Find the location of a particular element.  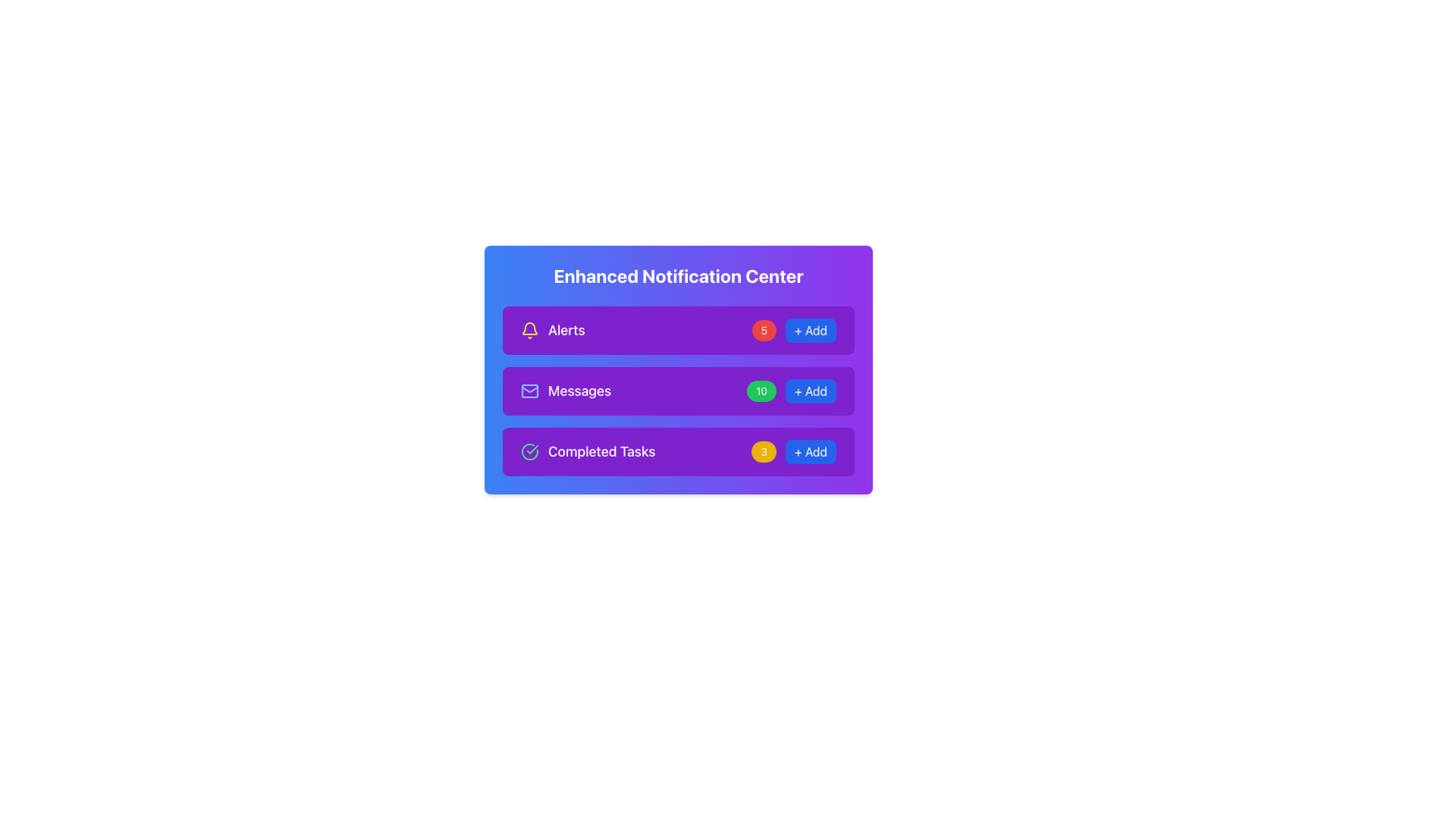

the Badge that displays the count of alerts, located in the Alerts section of the notification center, positioned between the 'Alerts' text label and the '+ Add' button is located at coordinates (764, 329).